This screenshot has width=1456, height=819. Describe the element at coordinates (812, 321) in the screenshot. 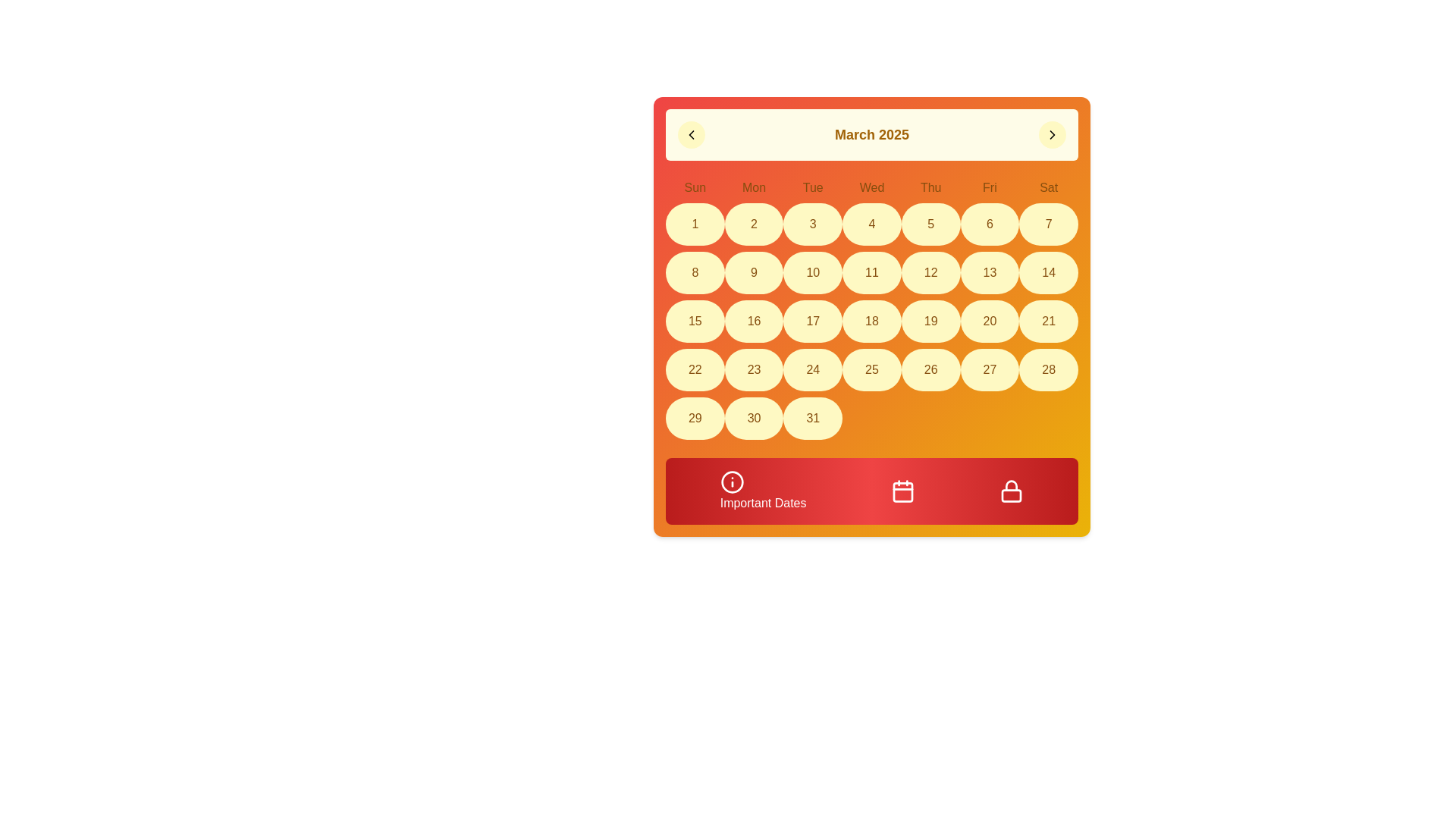

I see `the calendar day cell representing March 17, 2025` at that location.